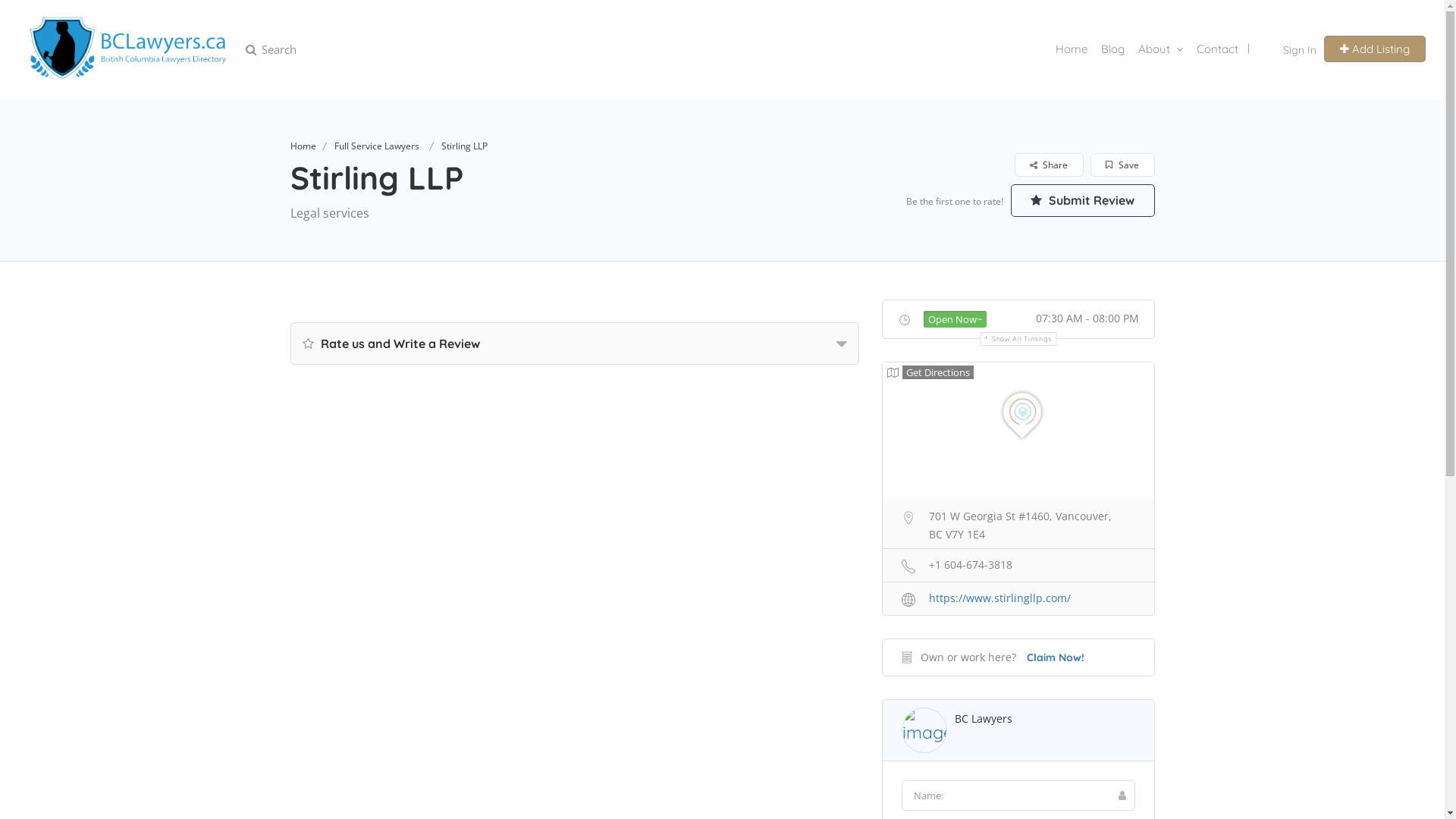 The image size is (1456, 819). What do you see at coordinates (1153, 47) in the screenshot?
I see `'About'` at bounding box center [1153, 47].